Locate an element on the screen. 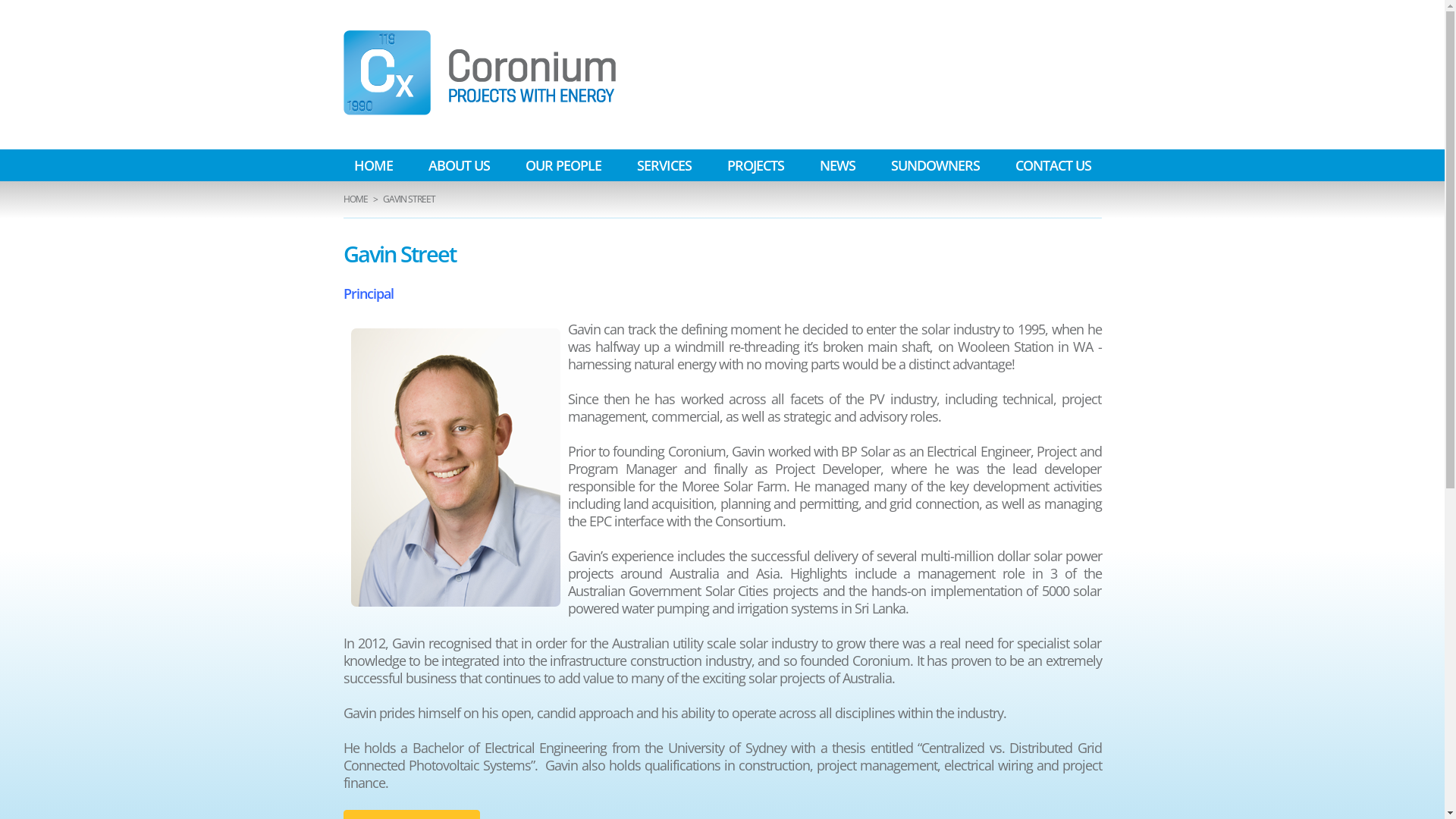  'NEWS' is located at coordinates (836, 165).